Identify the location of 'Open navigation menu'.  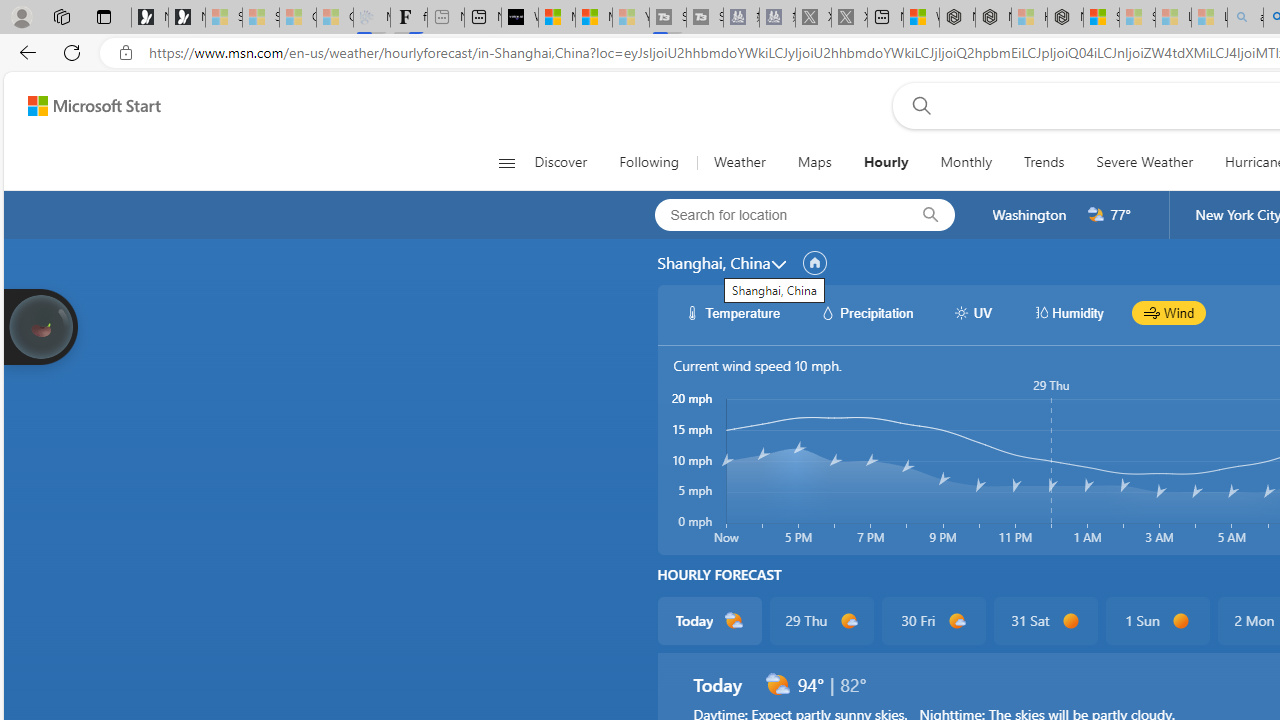
(506, 162).